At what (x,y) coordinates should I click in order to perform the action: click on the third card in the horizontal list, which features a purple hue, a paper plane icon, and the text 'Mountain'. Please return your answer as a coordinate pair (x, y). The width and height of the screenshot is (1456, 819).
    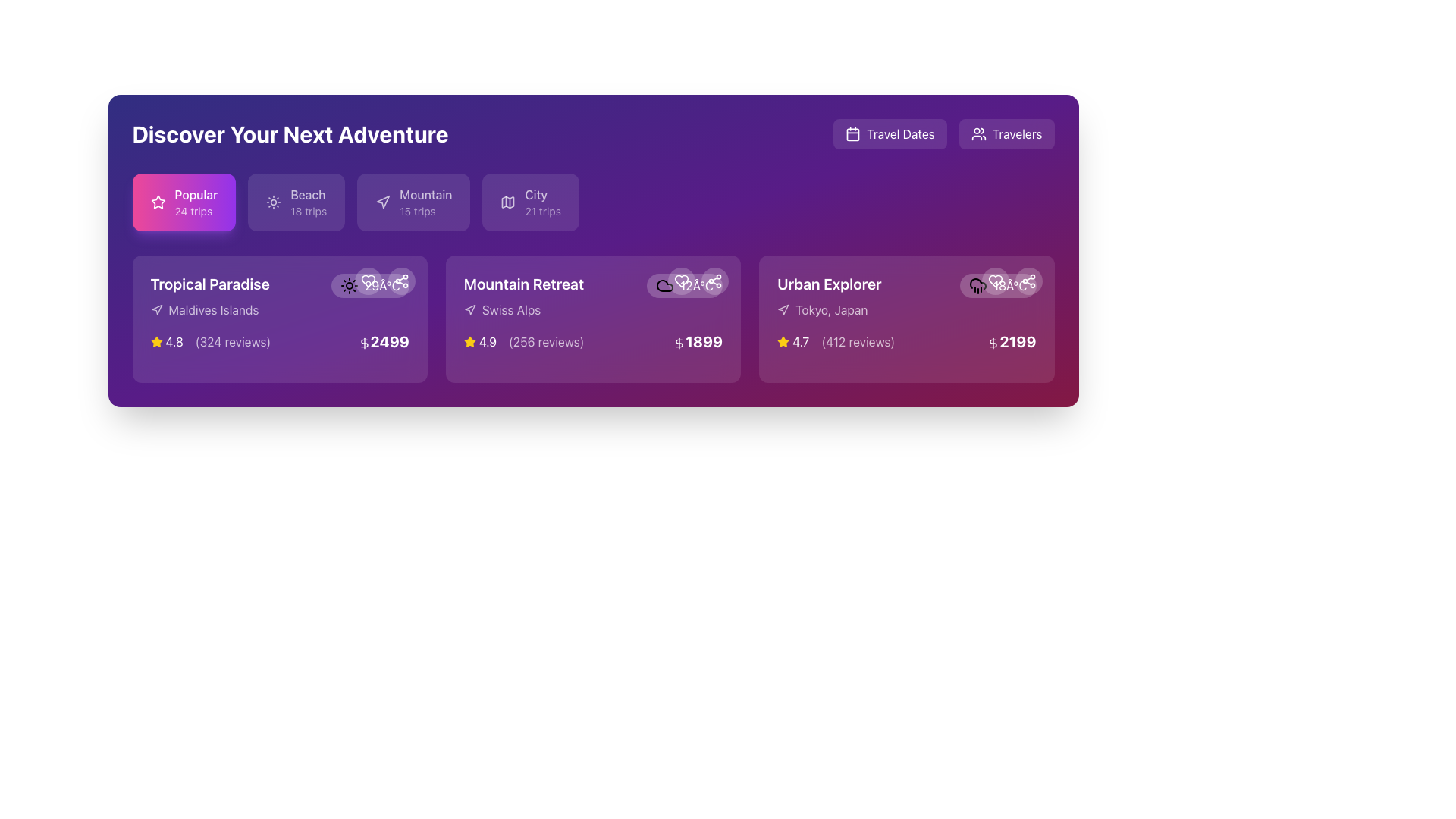
    Looking at the image, I should click on (413, 201).